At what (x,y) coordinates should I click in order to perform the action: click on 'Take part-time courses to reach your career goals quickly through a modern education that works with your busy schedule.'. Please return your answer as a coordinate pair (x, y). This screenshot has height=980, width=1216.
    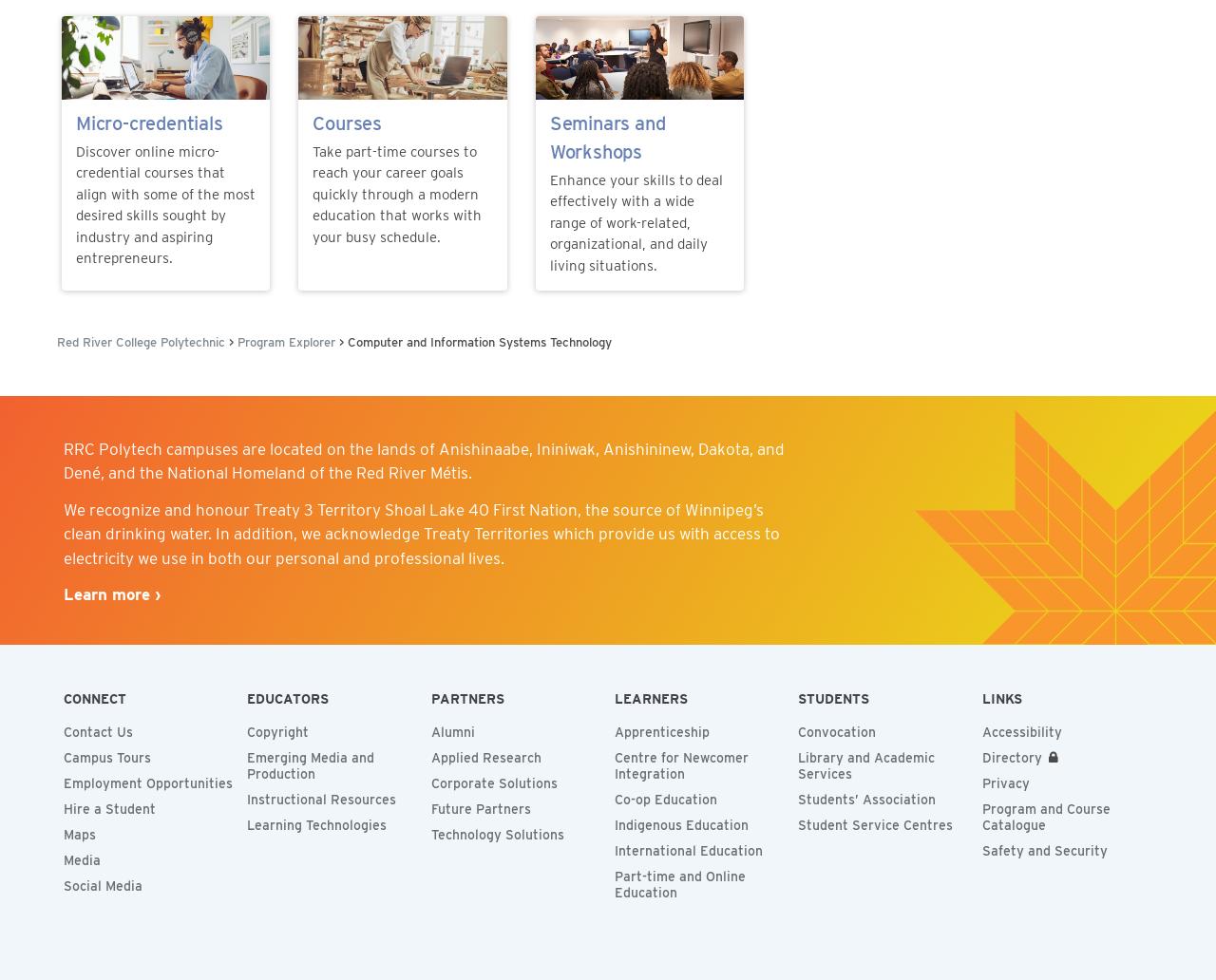
    Looking at the image, I should click on (396, 193).